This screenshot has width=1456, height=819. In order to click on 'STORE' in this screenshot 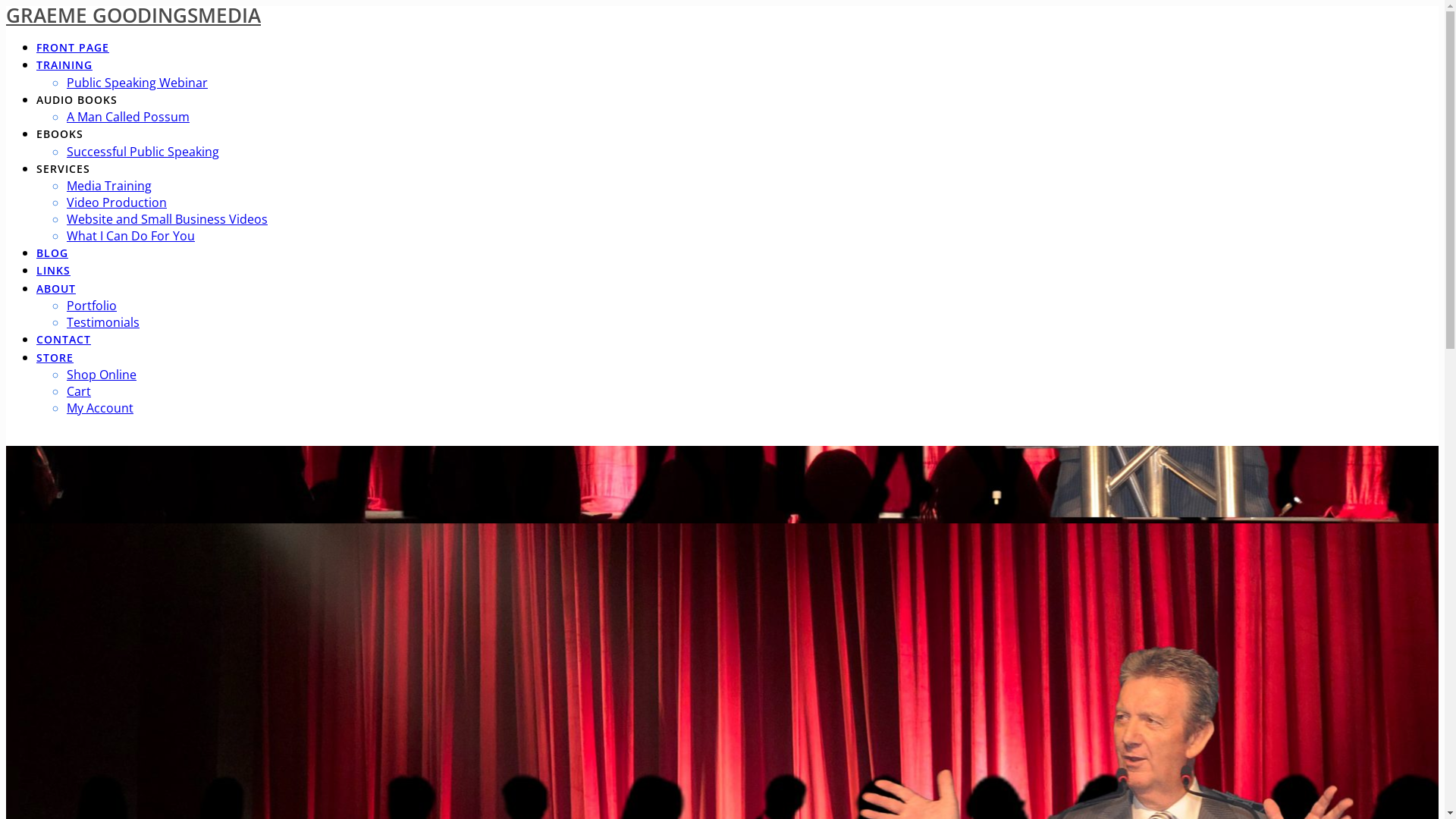, I will do `click(55, 359)`.